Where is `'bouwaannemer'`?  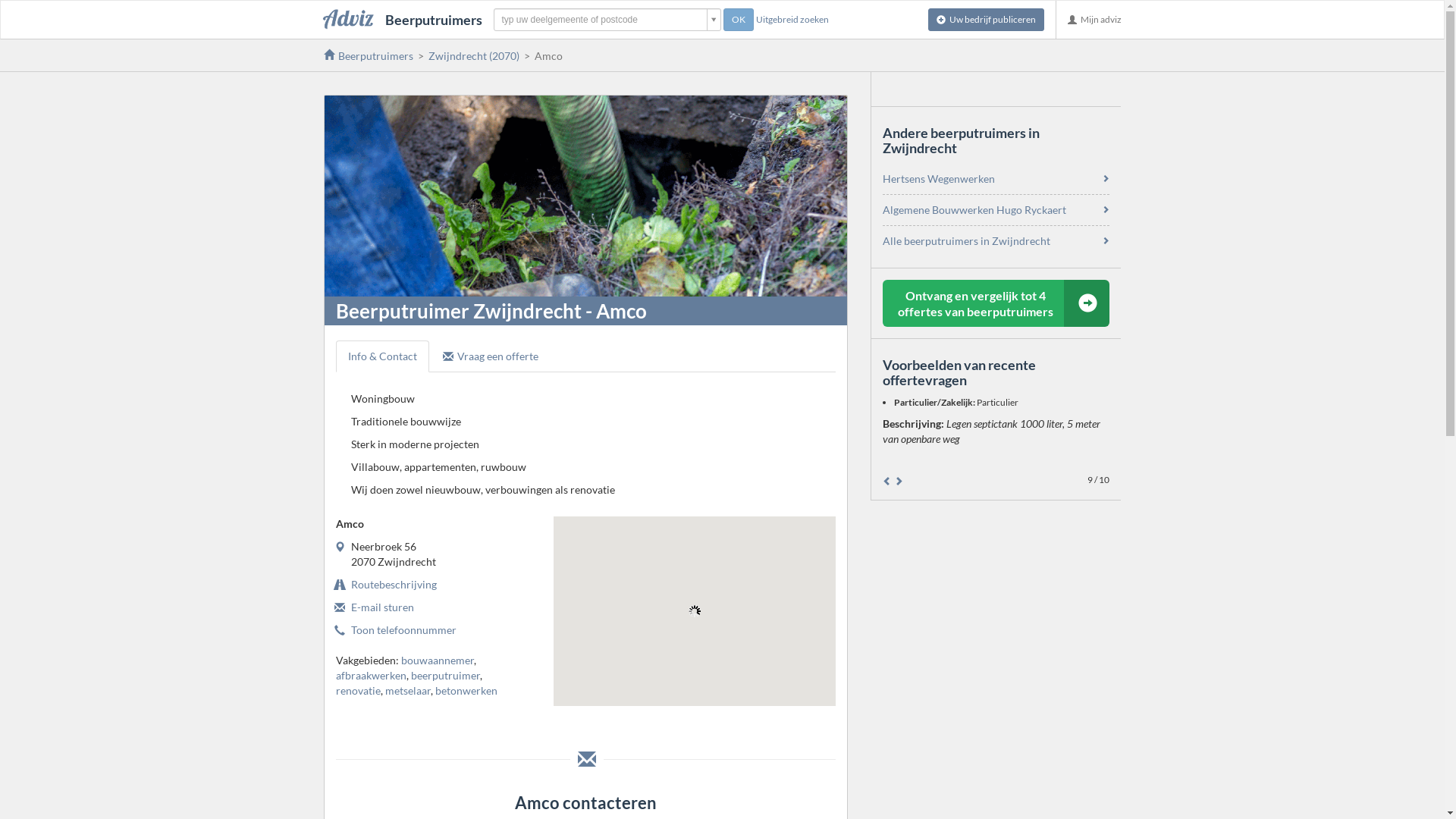
'bouwaannemer' is located at coordinates (400, 659).